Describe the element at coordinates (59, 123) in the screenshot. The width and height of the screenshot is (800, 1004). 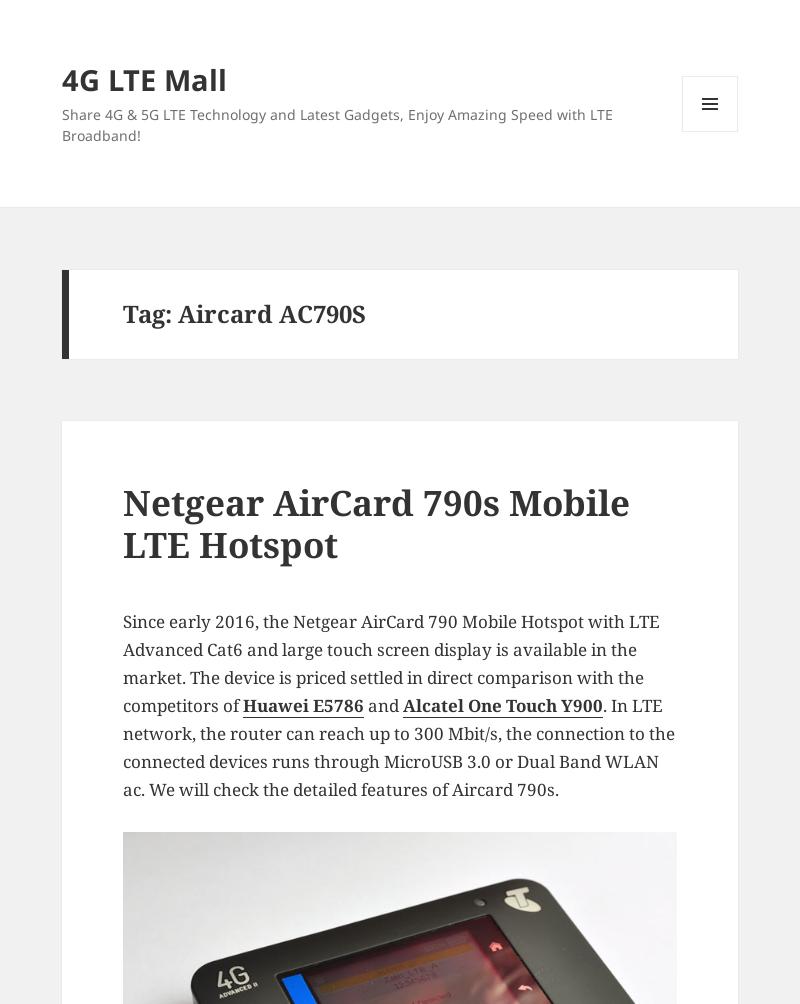
I see `'Share 4G & 5G LTE Technology and Latest Gadgets, Enjoy Amazing Speed with LTE Broadband!'` at that location.